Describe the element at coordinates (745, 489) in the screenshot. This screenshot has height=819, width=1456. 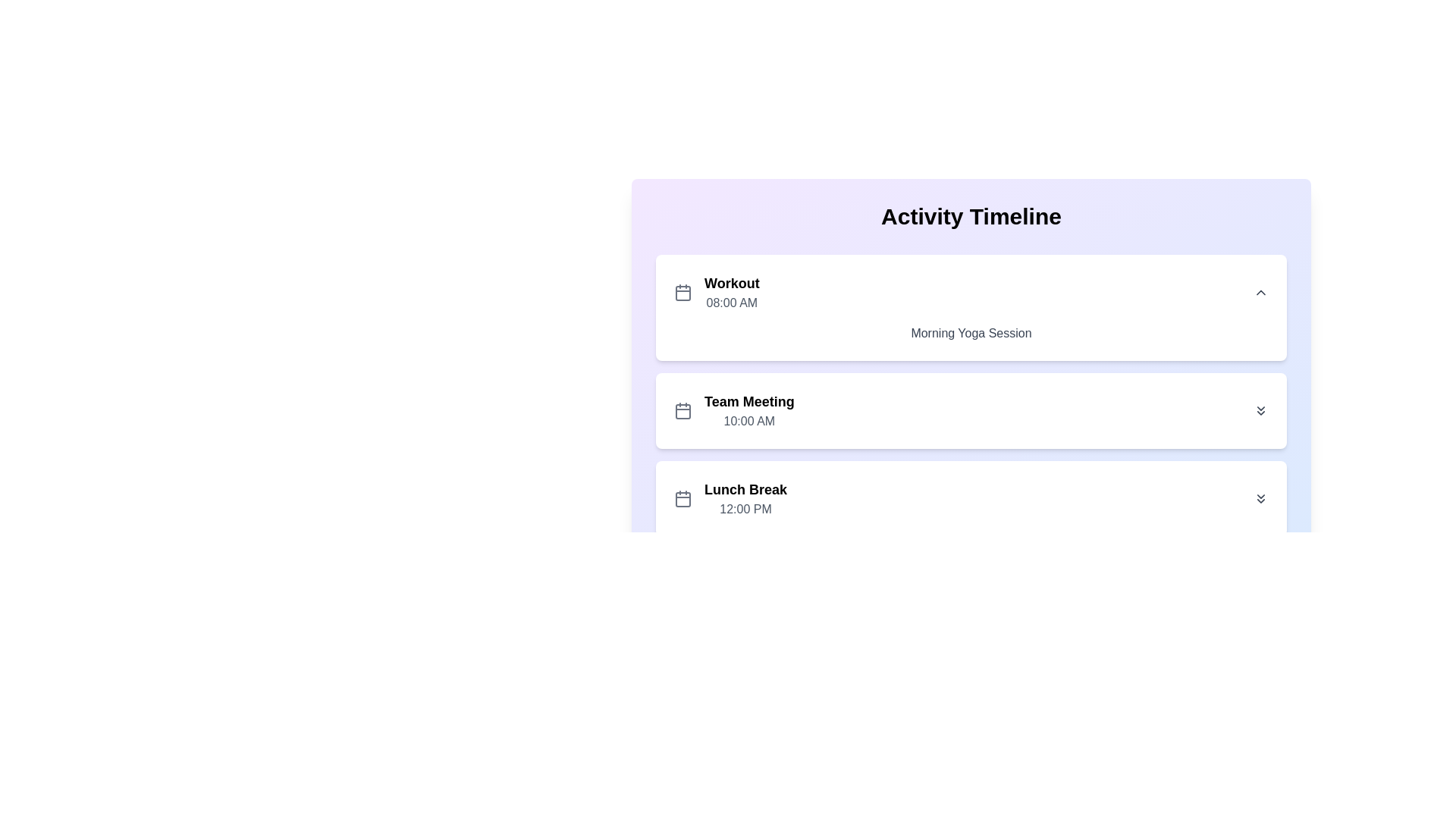
I see `the static text label that serves as the title for the 'Lunch Break' entry in the timeline` at that location.